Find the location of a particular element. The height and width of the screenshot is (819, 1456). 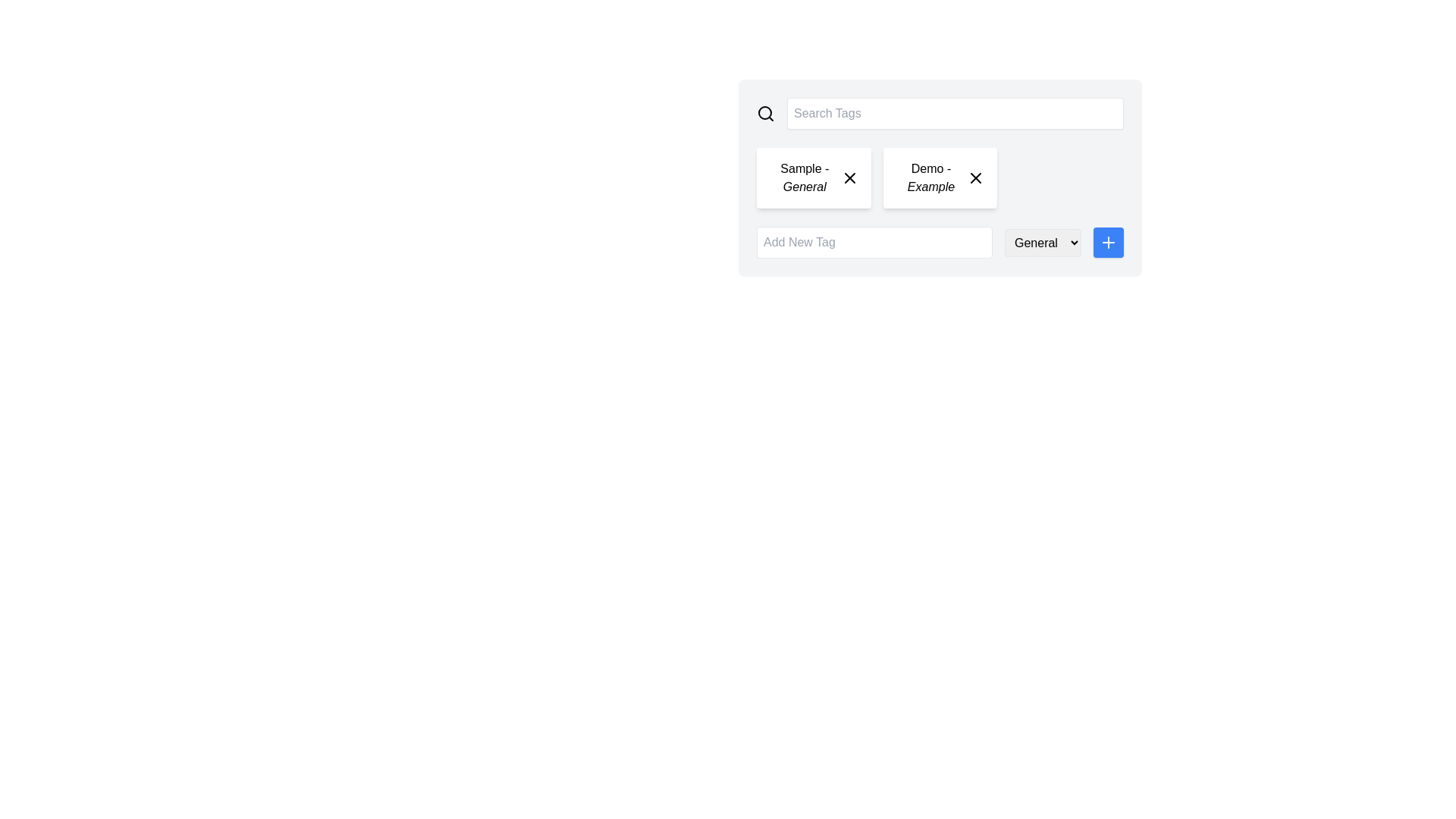

the delete icon (X) of the Tag element labeled 'Demo - Example' is located at coordinates (939, 177).